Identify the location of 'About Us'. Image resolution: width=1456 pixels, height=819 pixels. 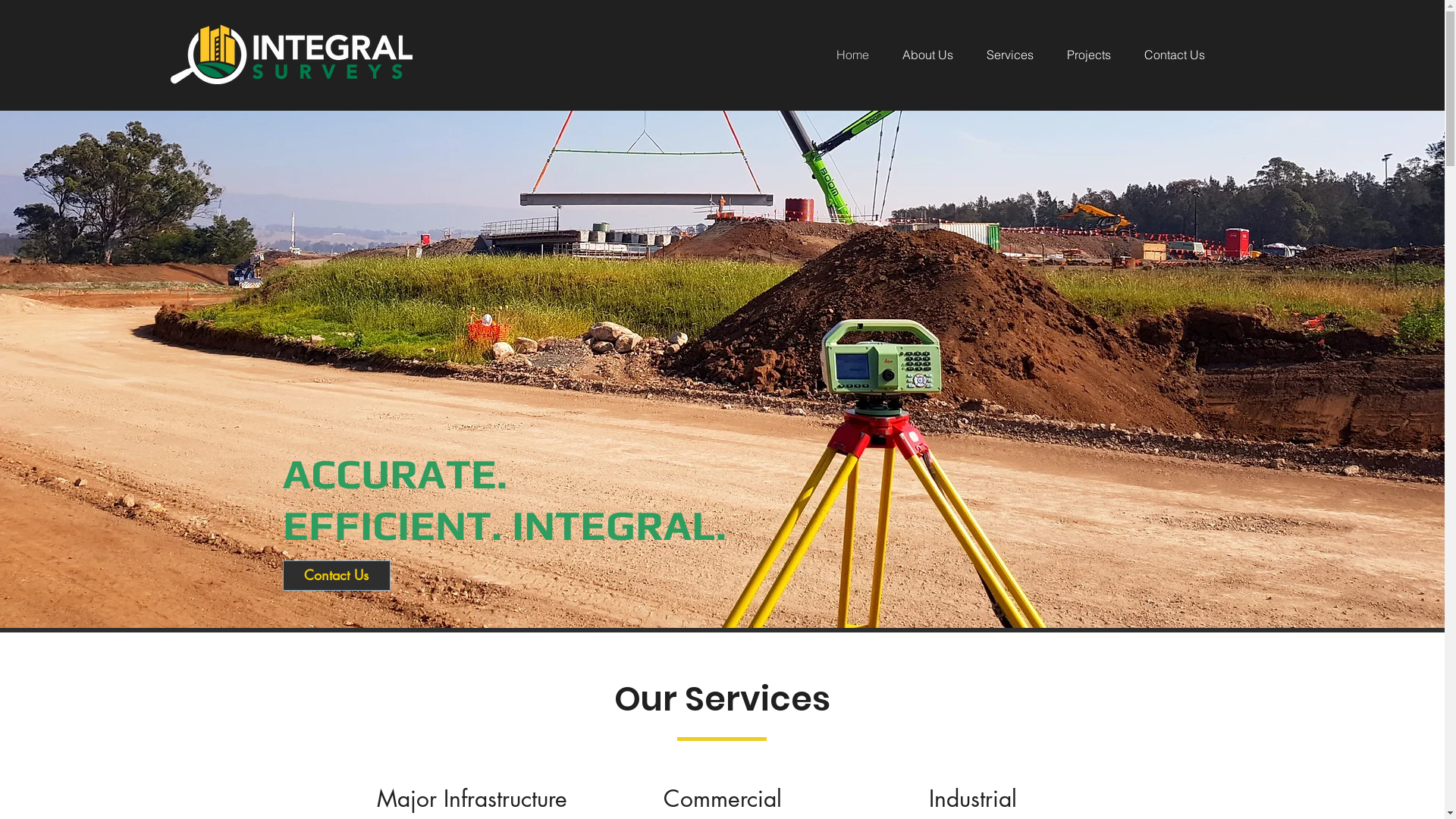
(918, 54).